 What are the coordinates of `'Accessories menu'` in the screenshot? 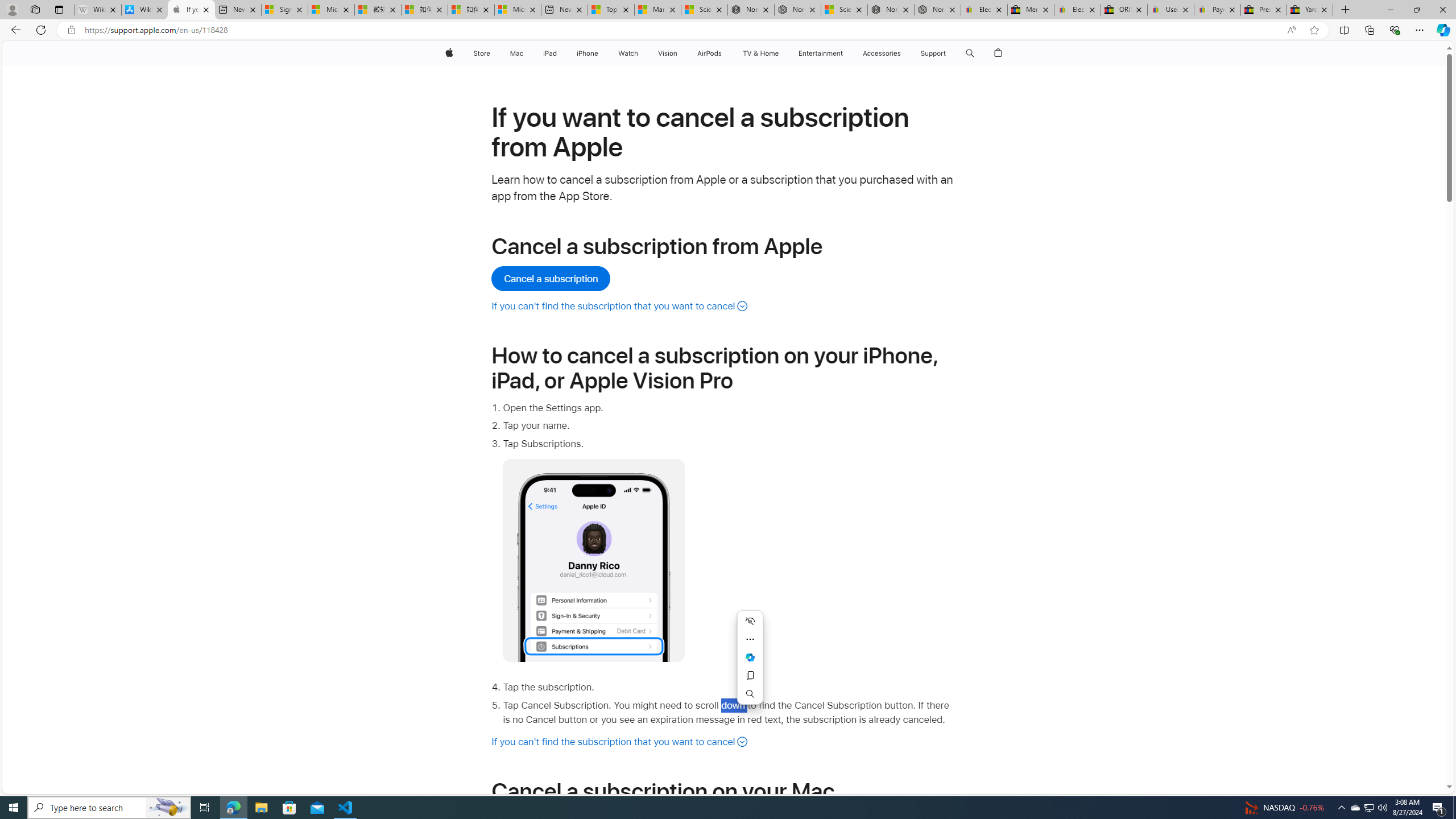 It's located at (903, 53).